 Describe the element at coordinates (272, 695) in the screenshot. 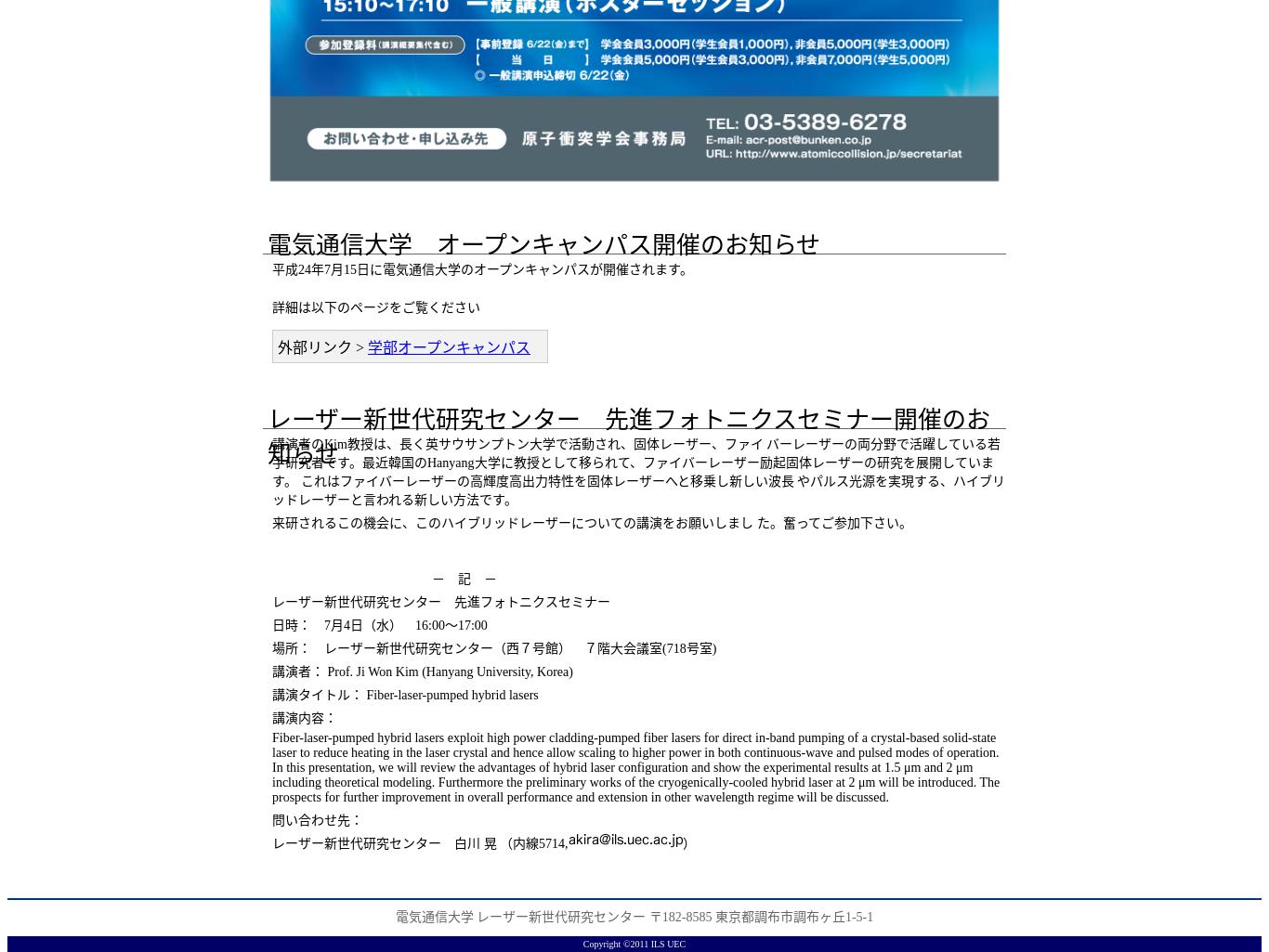

I see `'講演タイトル： Fiber-laser-pumped hybrid lasers'` at that location.